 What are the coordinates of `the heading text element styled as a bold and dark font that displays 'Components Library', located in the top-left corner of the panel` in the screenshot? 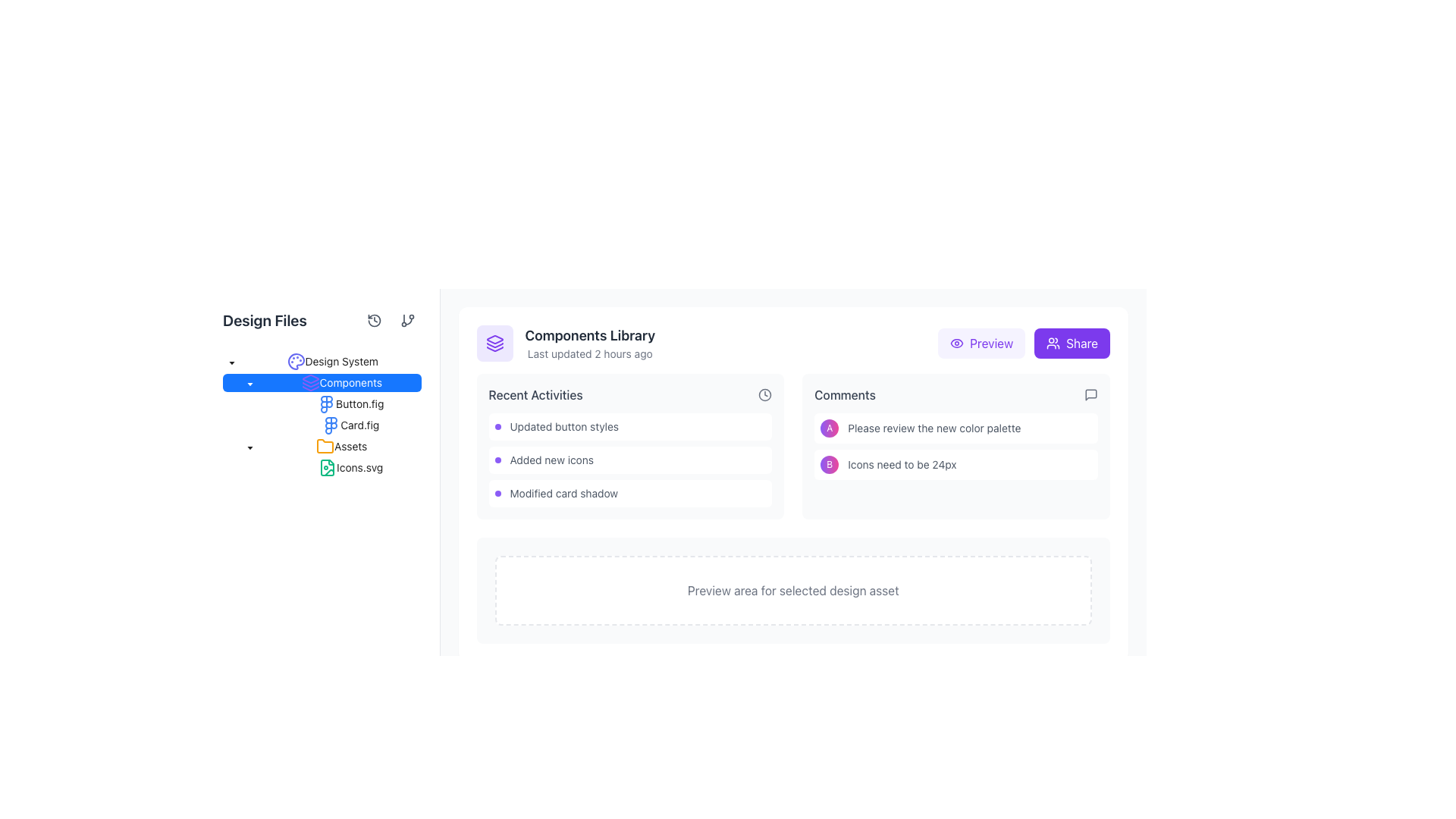 It's located at (589, 335).